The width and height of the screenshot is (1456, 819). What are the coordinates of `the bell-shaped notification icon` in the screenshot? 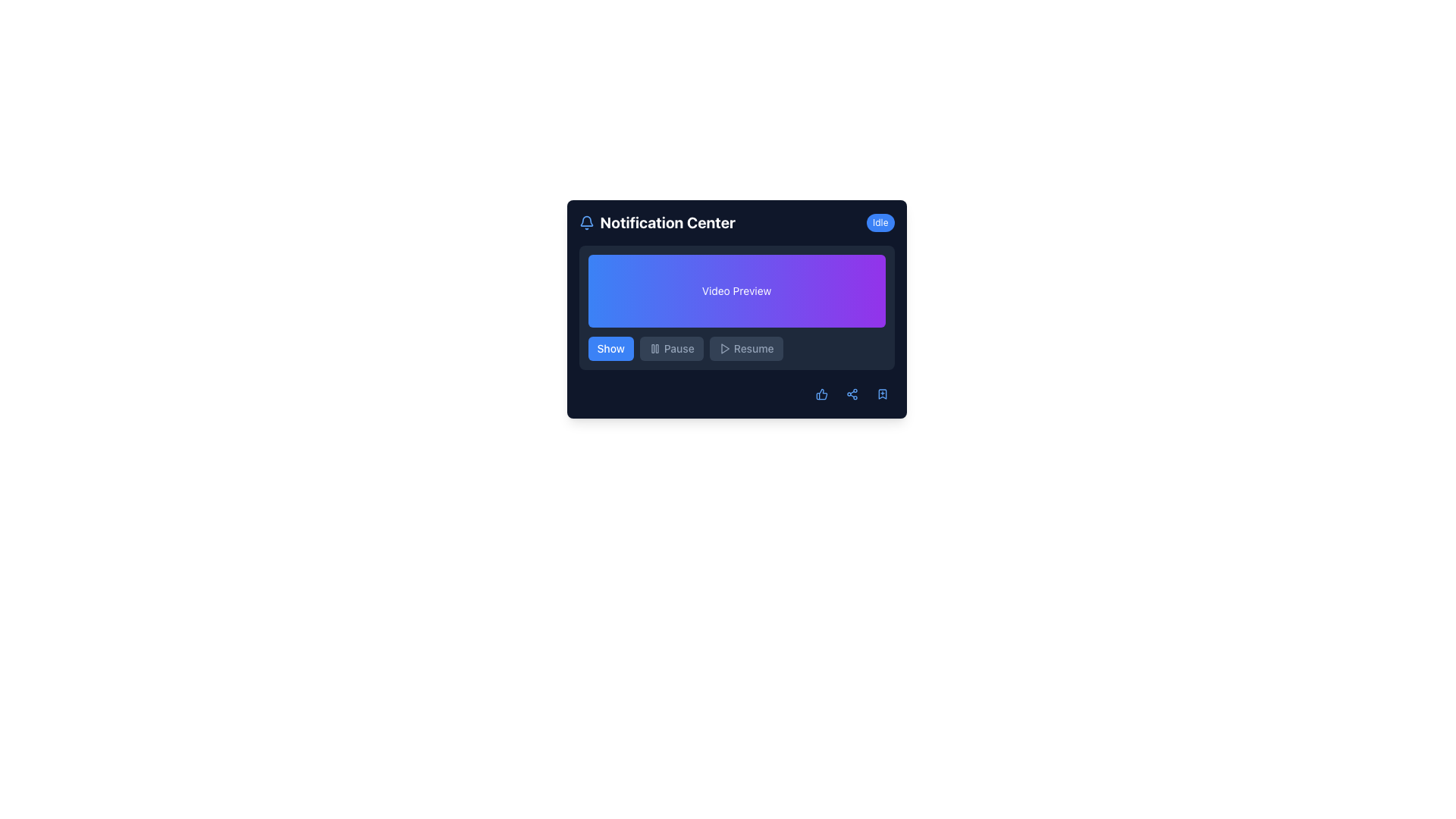 It's located at (585, 221).